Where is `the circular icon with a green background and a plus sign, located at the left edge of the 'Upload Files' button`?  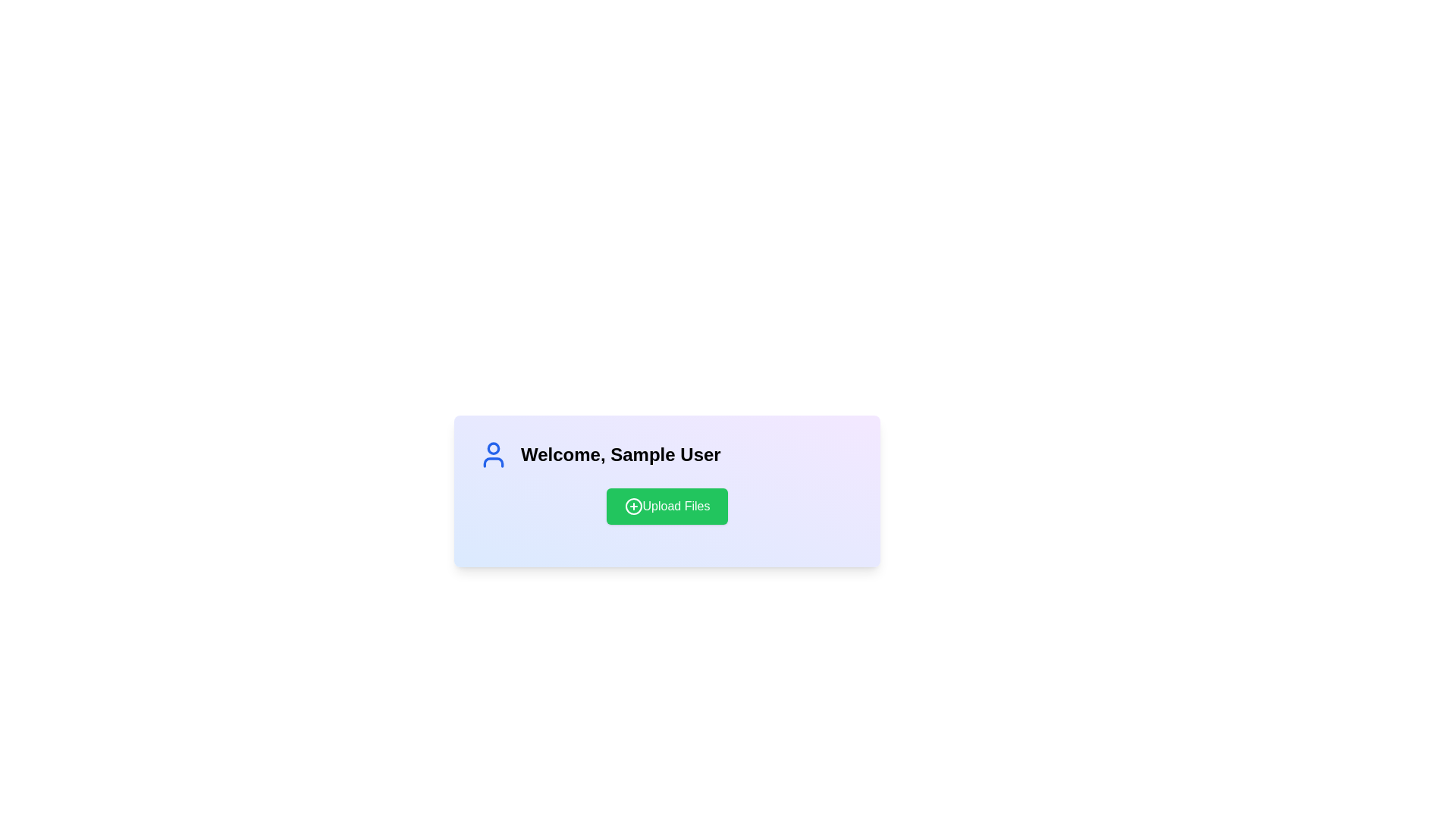
the circular icon with a green background and a plus sign, located at the left edge of the 'Upload Files' button is located at coordinates (633, 506).